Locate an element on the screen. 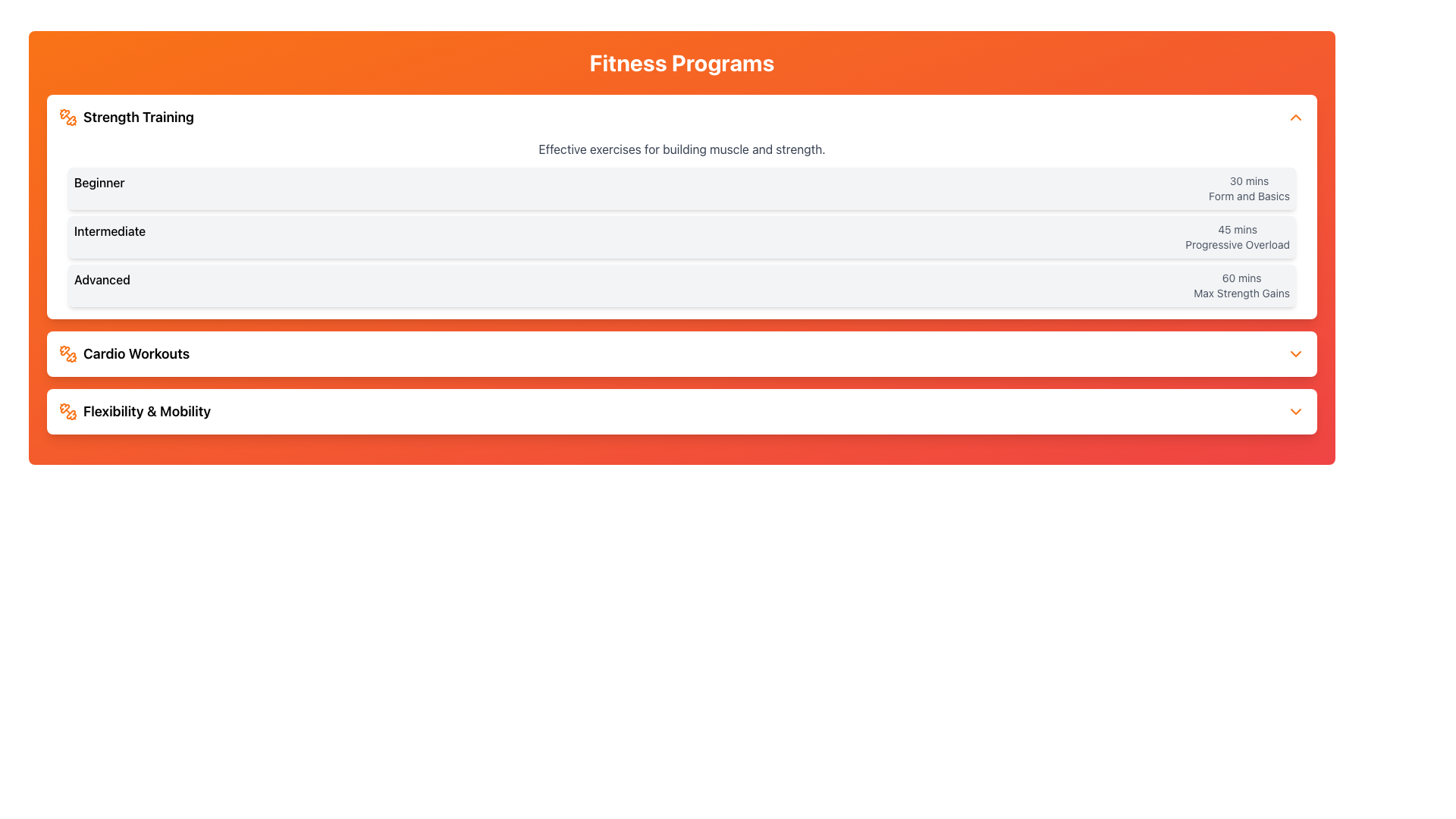  the 'Advanced' text label in the 'Strength Training' section, which is the third item in the list of training options is located at coordinates (101, 286).